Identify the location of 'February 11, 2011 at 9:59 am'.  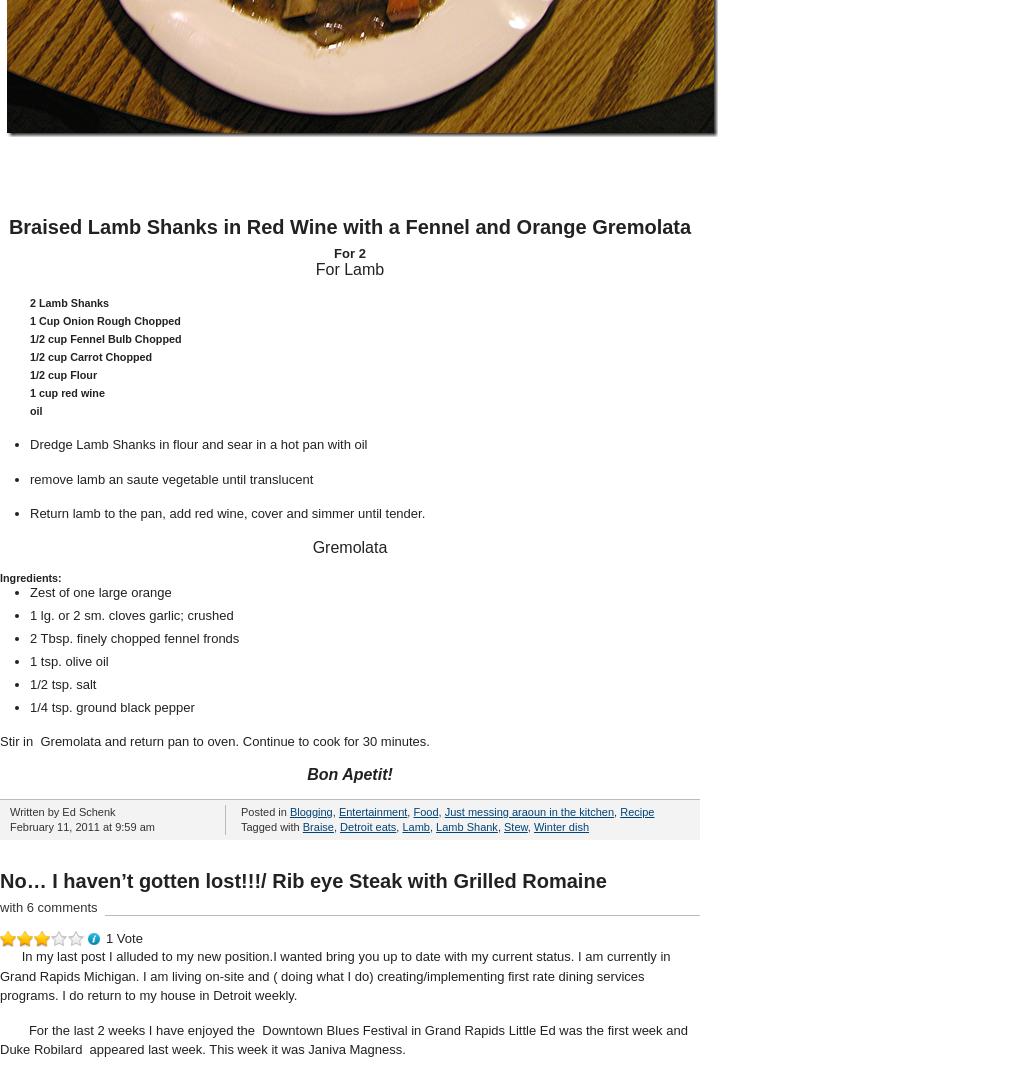
(81, 827).